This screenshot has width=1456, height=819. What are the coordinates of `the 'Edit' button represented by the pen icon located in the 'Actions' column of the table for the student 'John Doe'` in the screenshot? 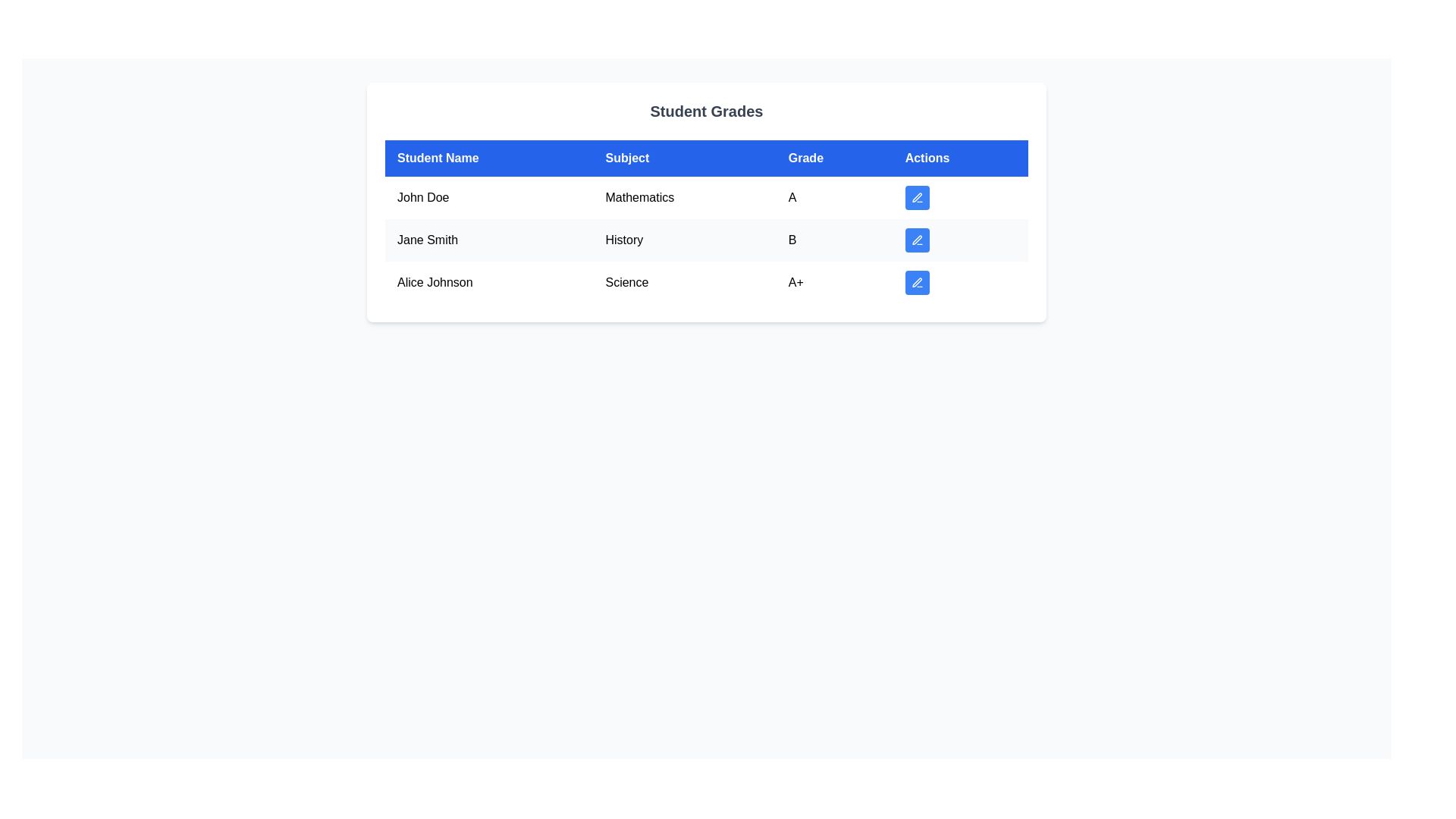 It's located at (916, 197).